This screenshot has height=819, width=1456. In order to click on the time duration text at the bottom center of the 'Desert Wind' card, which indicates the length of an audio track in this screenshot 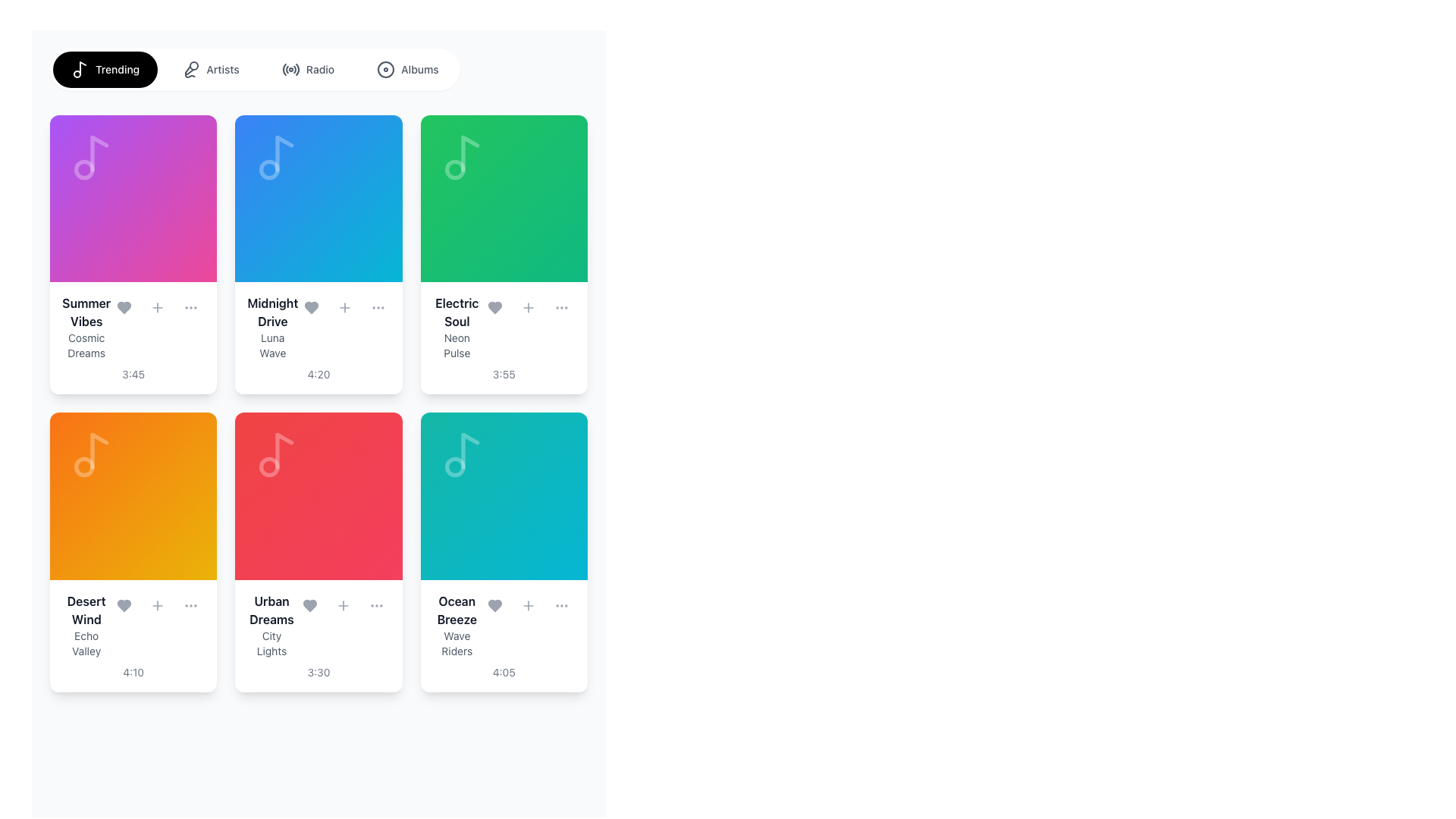, I will do `click(133, 671)`.